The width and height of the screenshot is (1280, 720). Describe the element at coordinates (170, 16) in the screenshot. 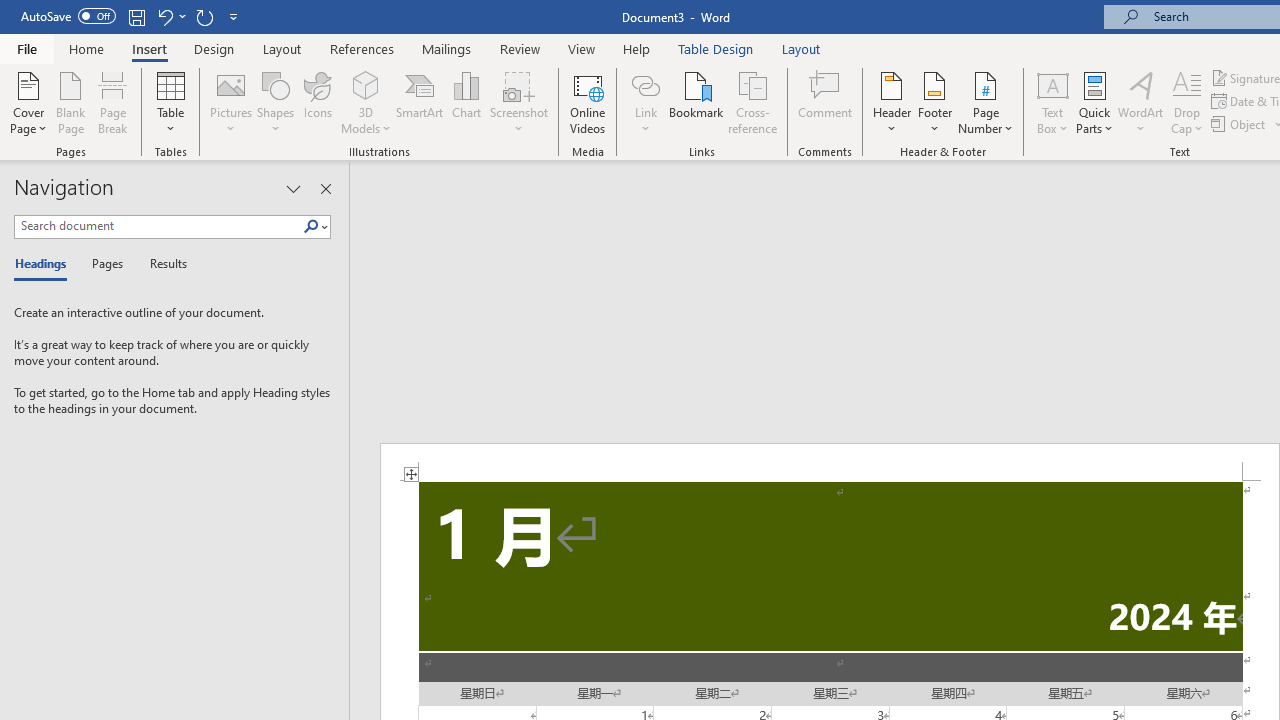

I see `'Undo Increase Indent'` at that location.